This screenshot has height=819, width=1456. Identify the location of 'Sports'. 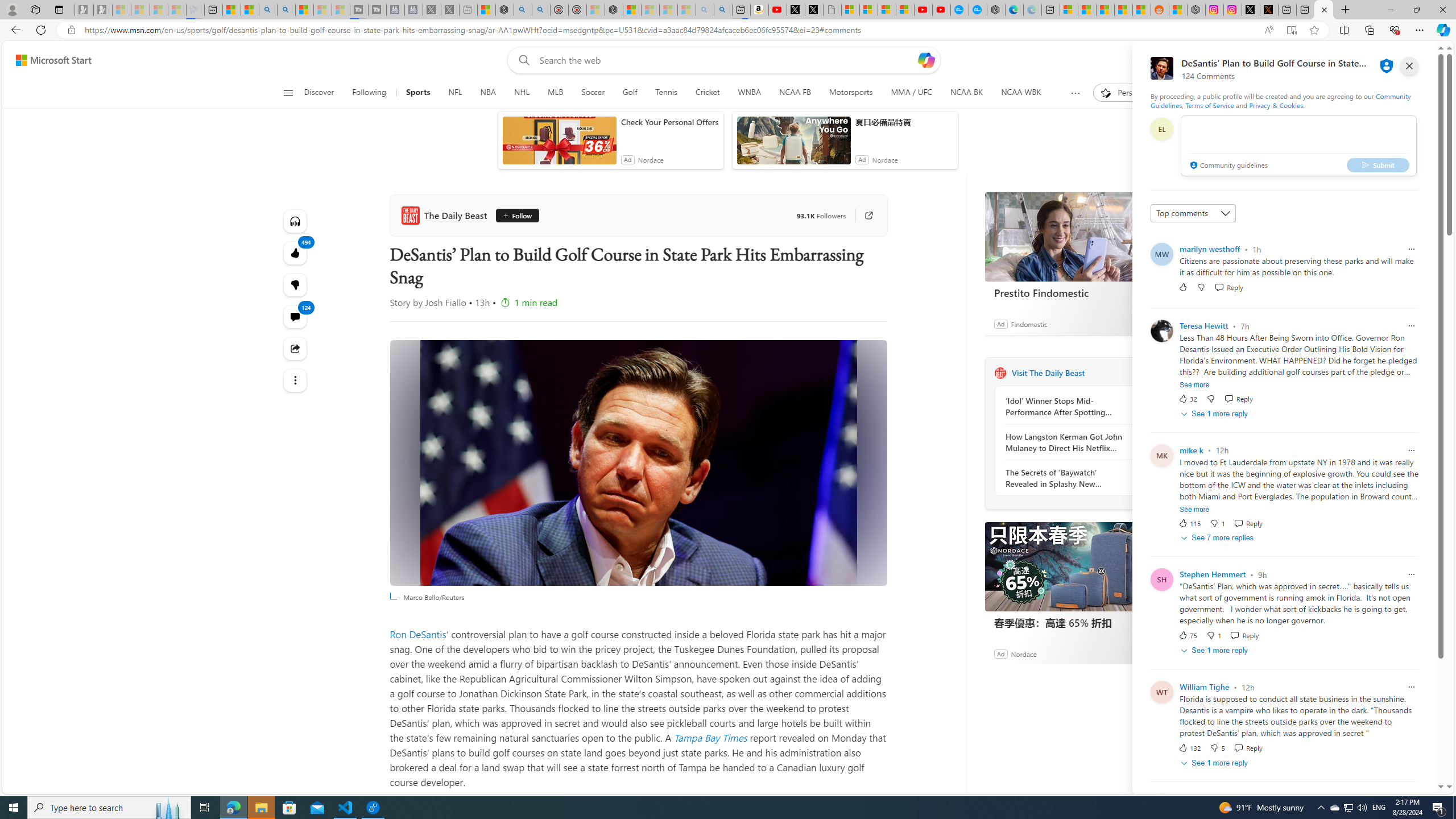
(418, 92).